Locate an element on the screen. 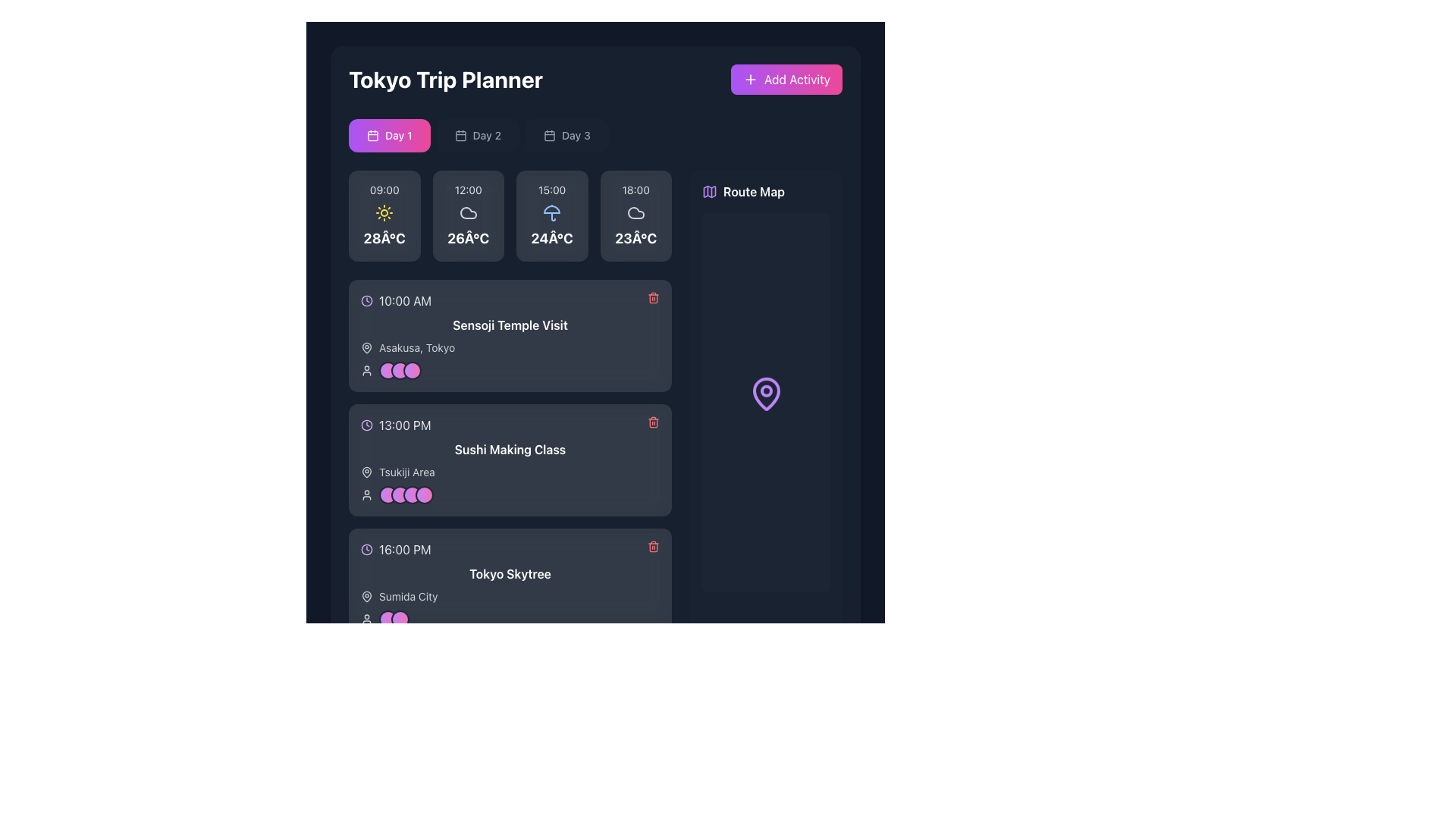 The height and width of the screenshot is (819, 1456). the main rectangular icon of the calendar symbol located at the top of the 'Tokyo Trip Planner' interface, below the text 'Day 1' is located at coordinates (548, 135).